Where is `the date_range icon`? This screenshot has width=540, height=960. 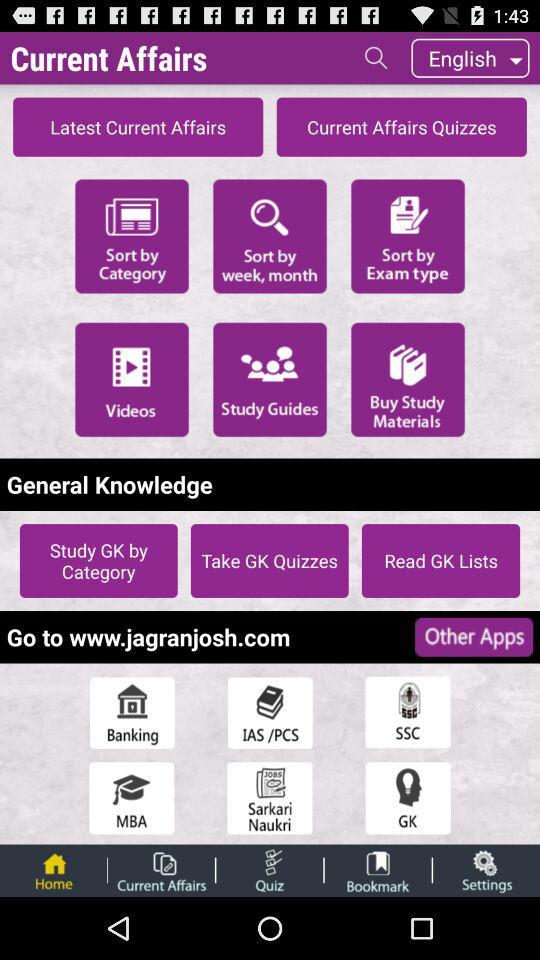 the date_range icon is located at coordinates (270, 853).